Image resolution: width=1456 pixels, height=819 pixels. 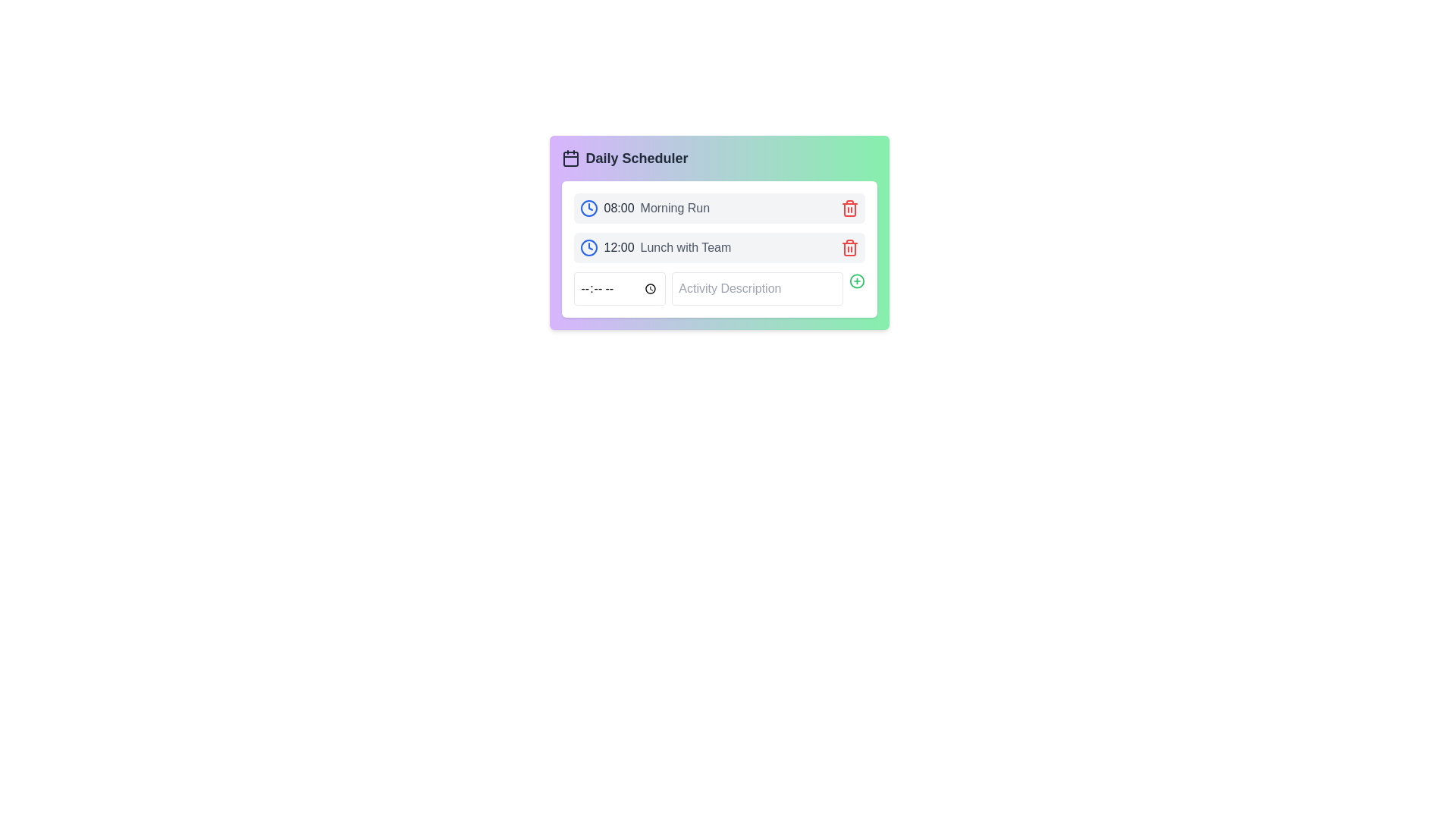 What do you see at coordinates (619, 208) in the screenshot?
I see `the text label displaying the time '08:00' in the Daily Scheduler component, which is styled in gray and positioned before the text 'Morning Run'` at bounding box center [619, 208].